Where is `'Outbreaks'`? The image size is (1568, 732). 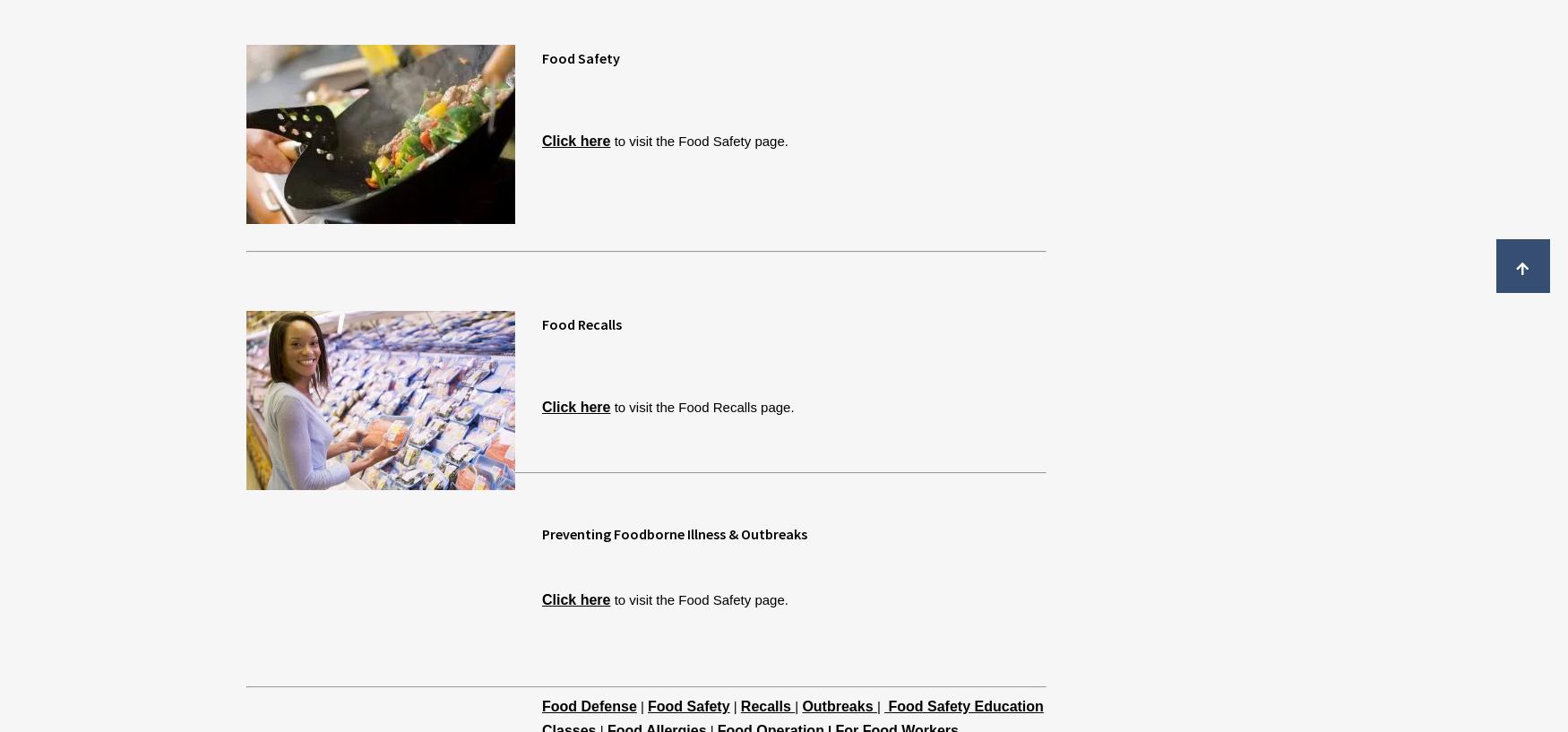 'Outbreaks' is located at coordinates (800, 706).